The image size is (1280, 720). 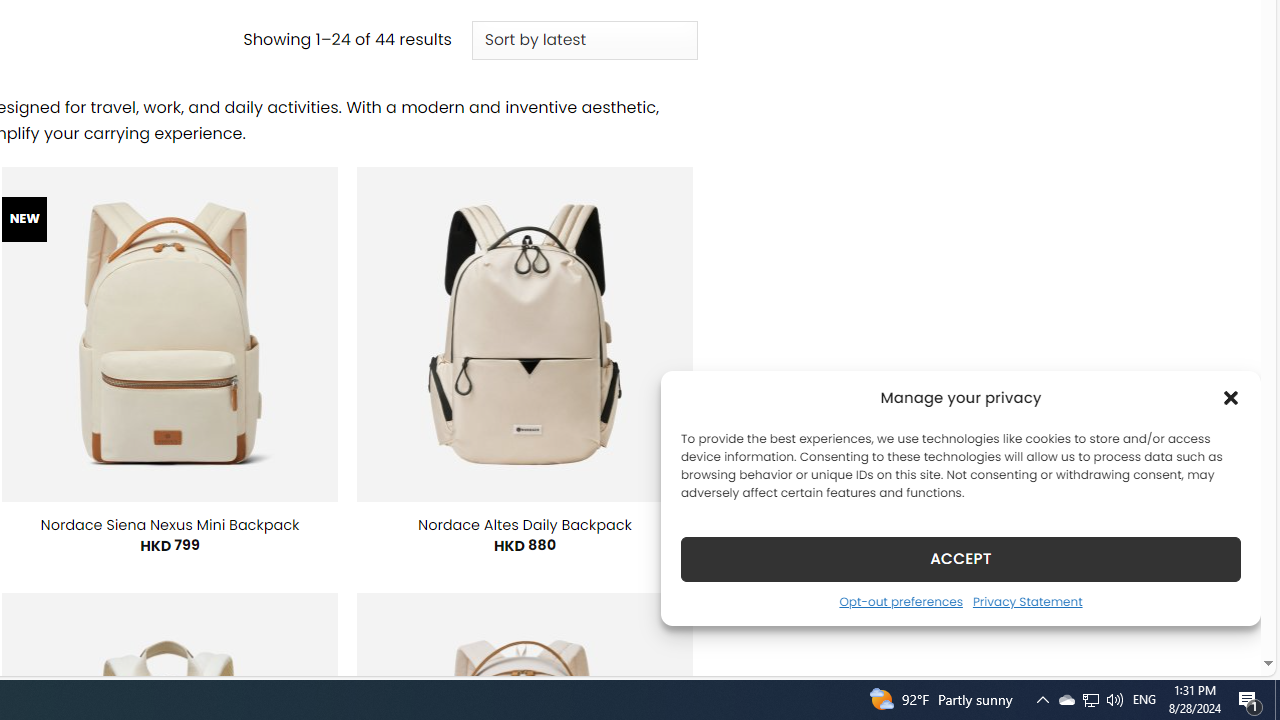 I want to click on 'ACCEPT', so click(x=961, y=558).